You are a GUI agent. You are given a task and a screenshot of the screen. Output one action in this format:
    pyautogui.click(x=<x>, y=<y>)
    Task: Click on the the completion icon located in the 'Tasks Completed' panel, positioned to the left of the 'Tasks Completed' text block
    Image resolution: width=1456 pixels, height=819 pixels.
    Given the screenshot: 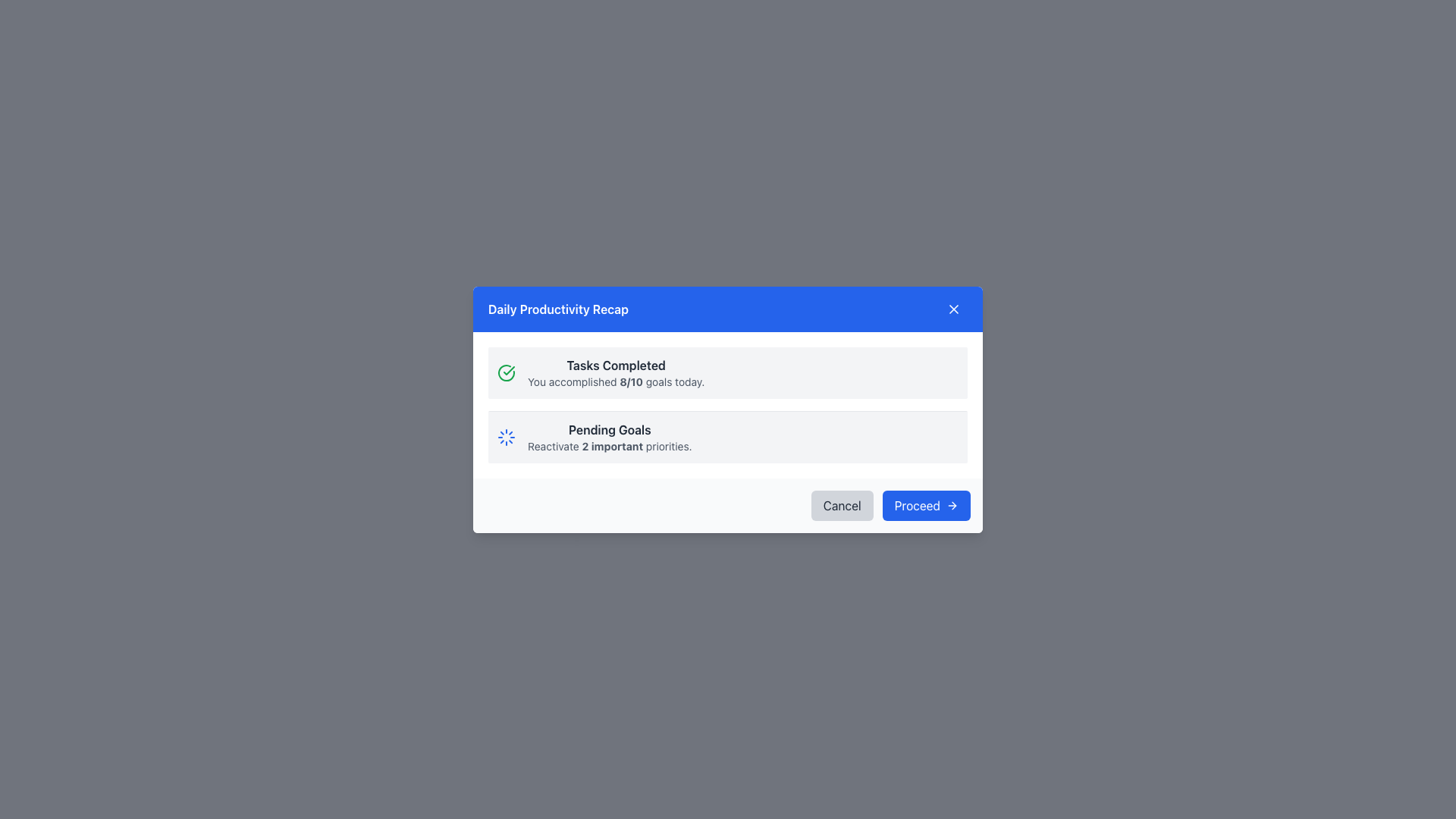 What is the action you would take?
    pyautogui.click(x=506, y=372)
    